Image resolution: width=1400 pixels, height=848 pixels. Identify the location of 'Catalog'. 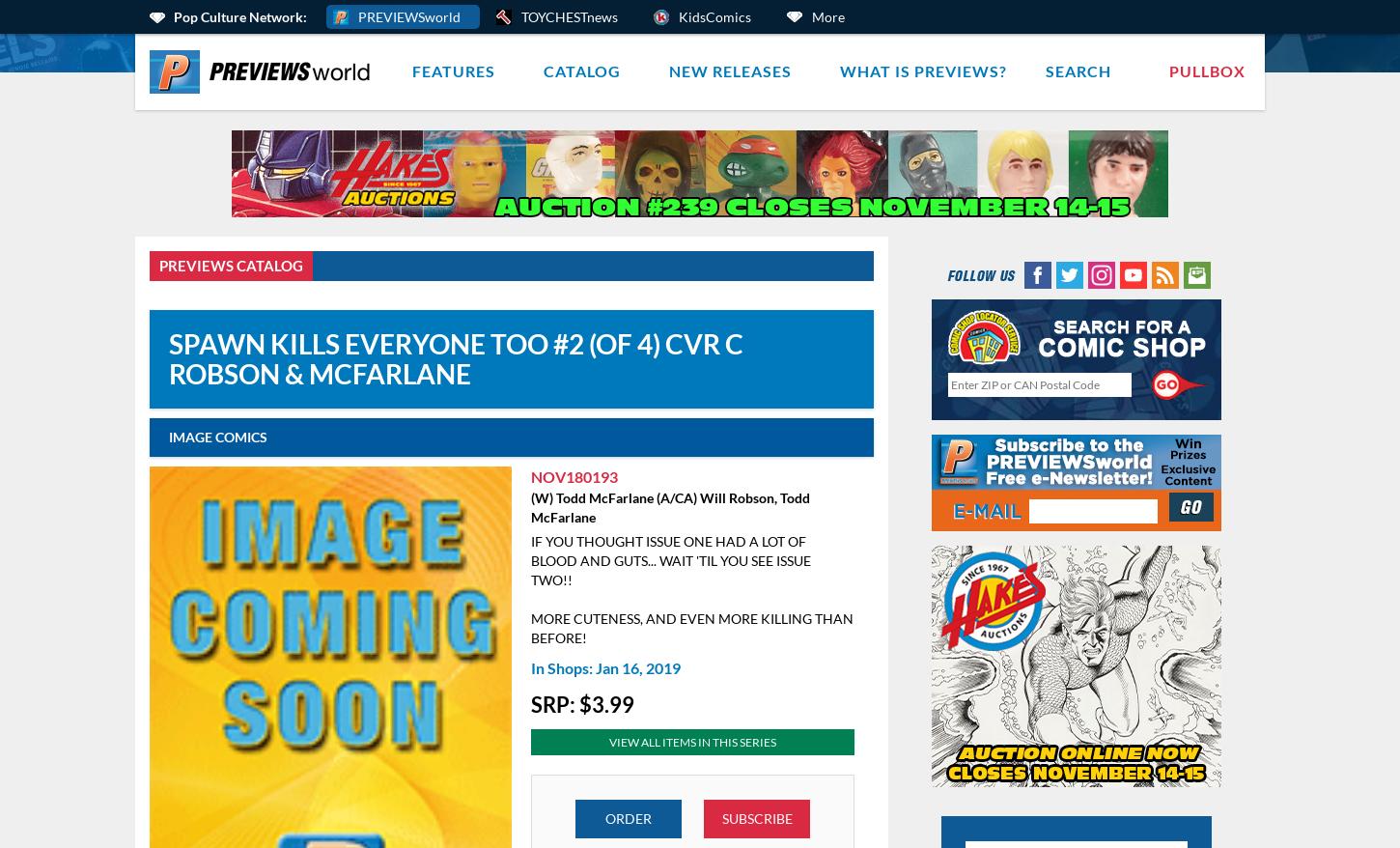
(582, 71).